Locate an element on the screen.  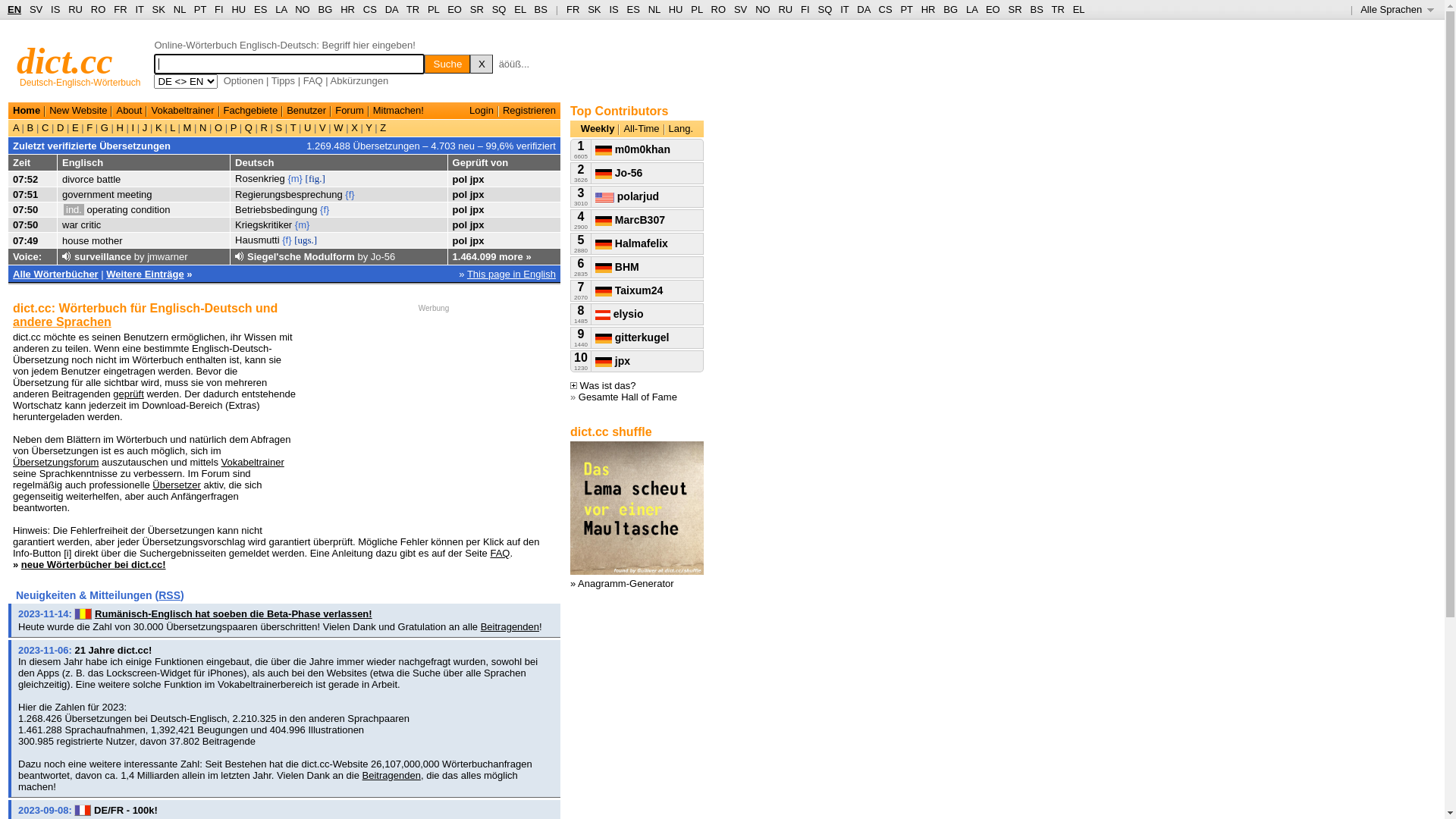
'G' is located at coordinates (103, 127).